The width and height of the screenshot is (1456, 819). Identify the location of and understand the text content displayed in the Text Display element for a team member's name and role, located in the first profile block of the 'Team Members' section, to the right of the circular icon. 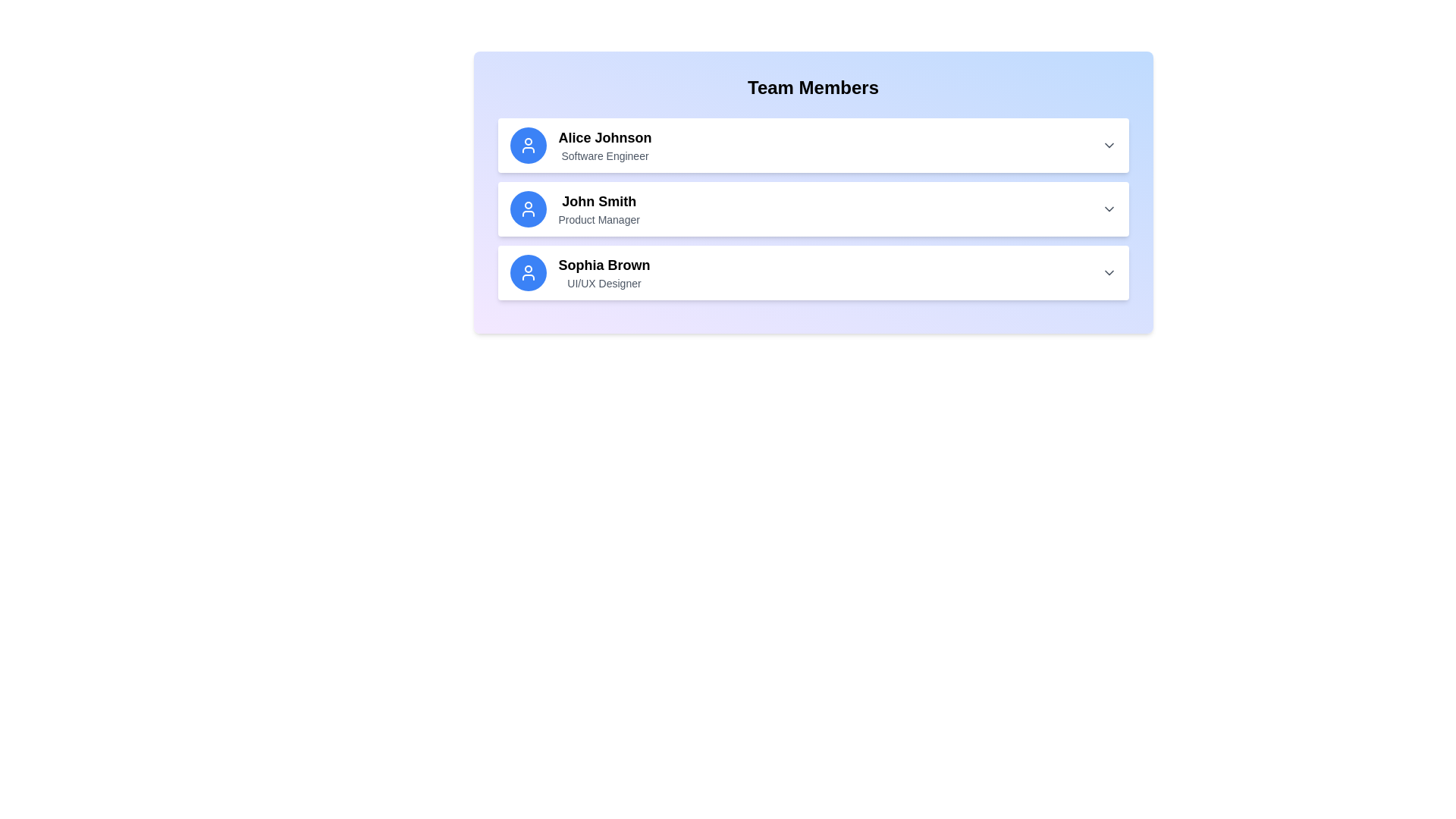
(604, 146).